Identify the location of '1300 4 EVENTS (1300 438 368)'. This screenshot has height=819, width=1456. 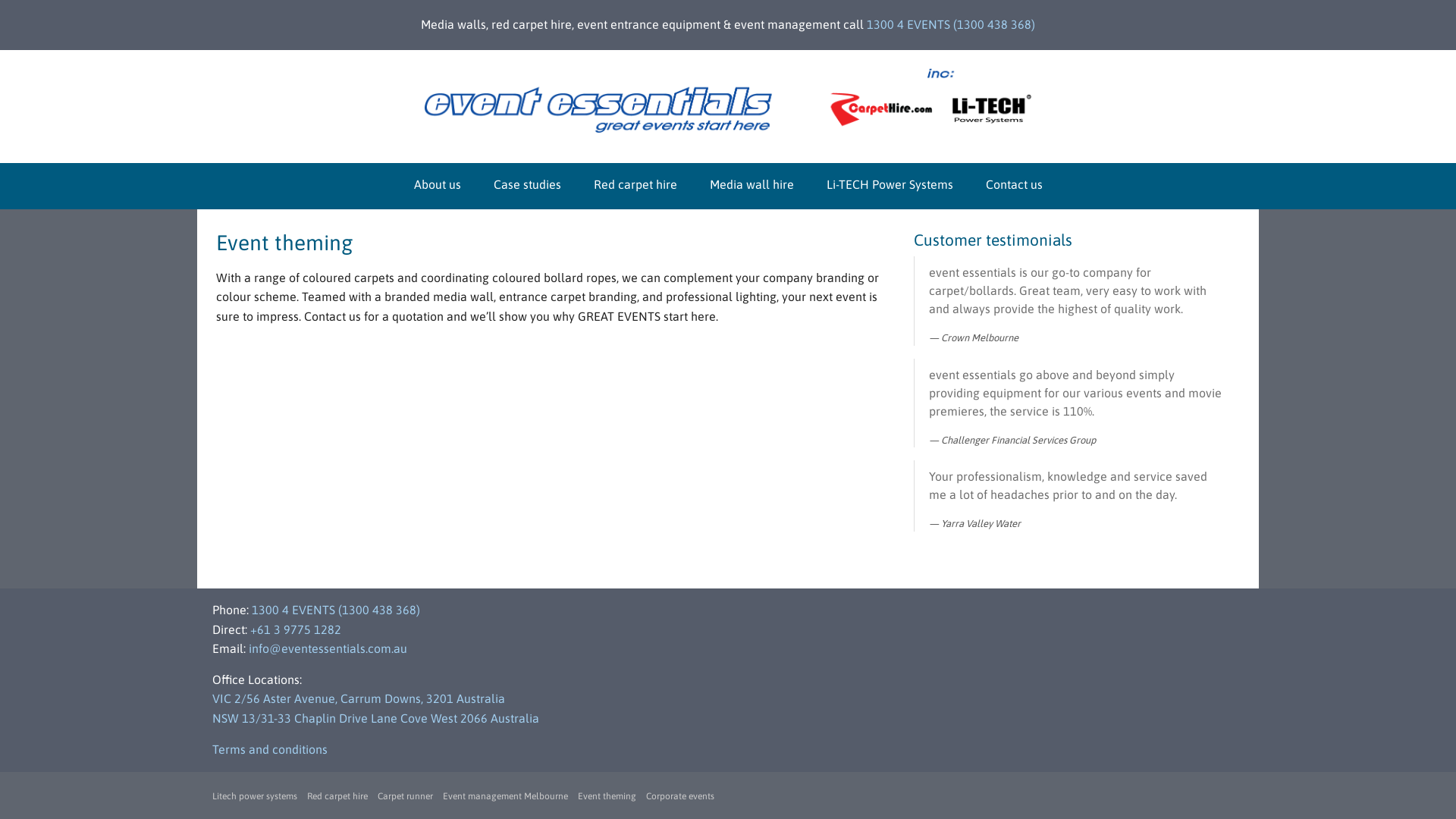
(334, 608).